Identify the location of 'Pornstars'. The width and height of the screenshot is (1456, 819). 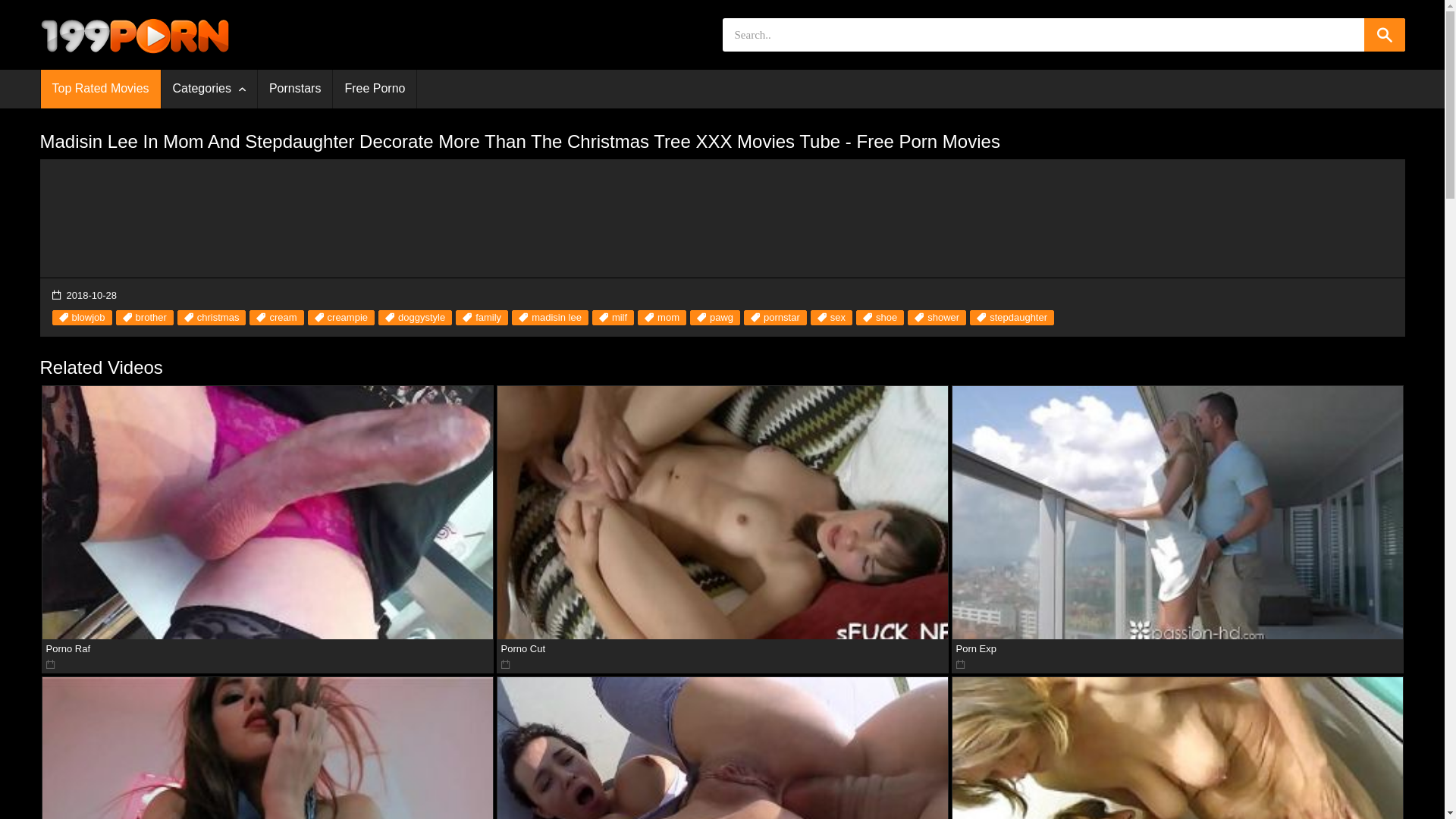
(294, 89).